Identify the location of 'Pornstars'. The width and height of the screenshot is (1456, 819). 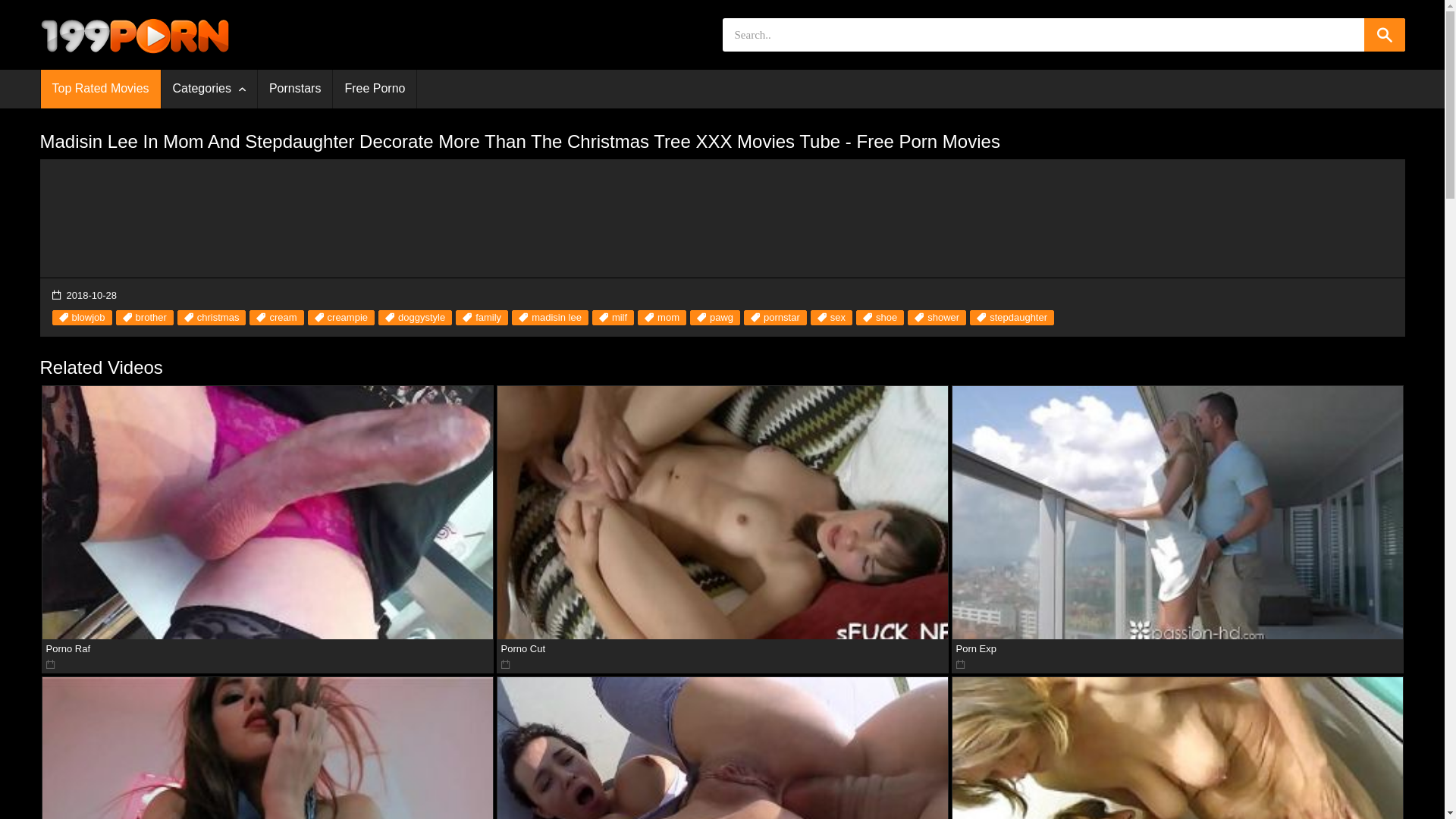
(294, 89).